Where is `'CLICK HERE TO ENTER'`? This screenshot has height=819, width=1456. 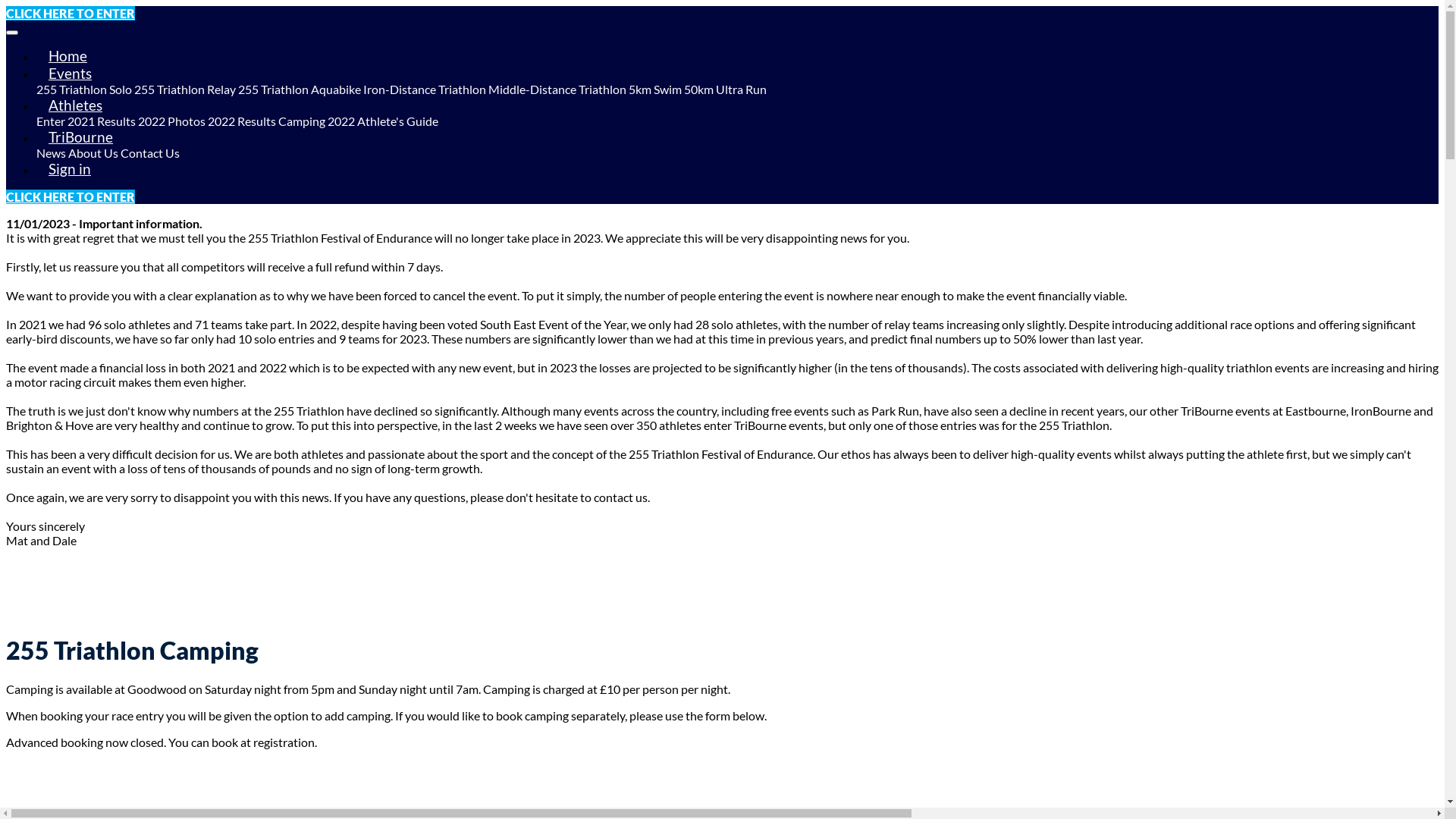
'CLICK HERE TO ENTER' is located at coordinates (6, 13).